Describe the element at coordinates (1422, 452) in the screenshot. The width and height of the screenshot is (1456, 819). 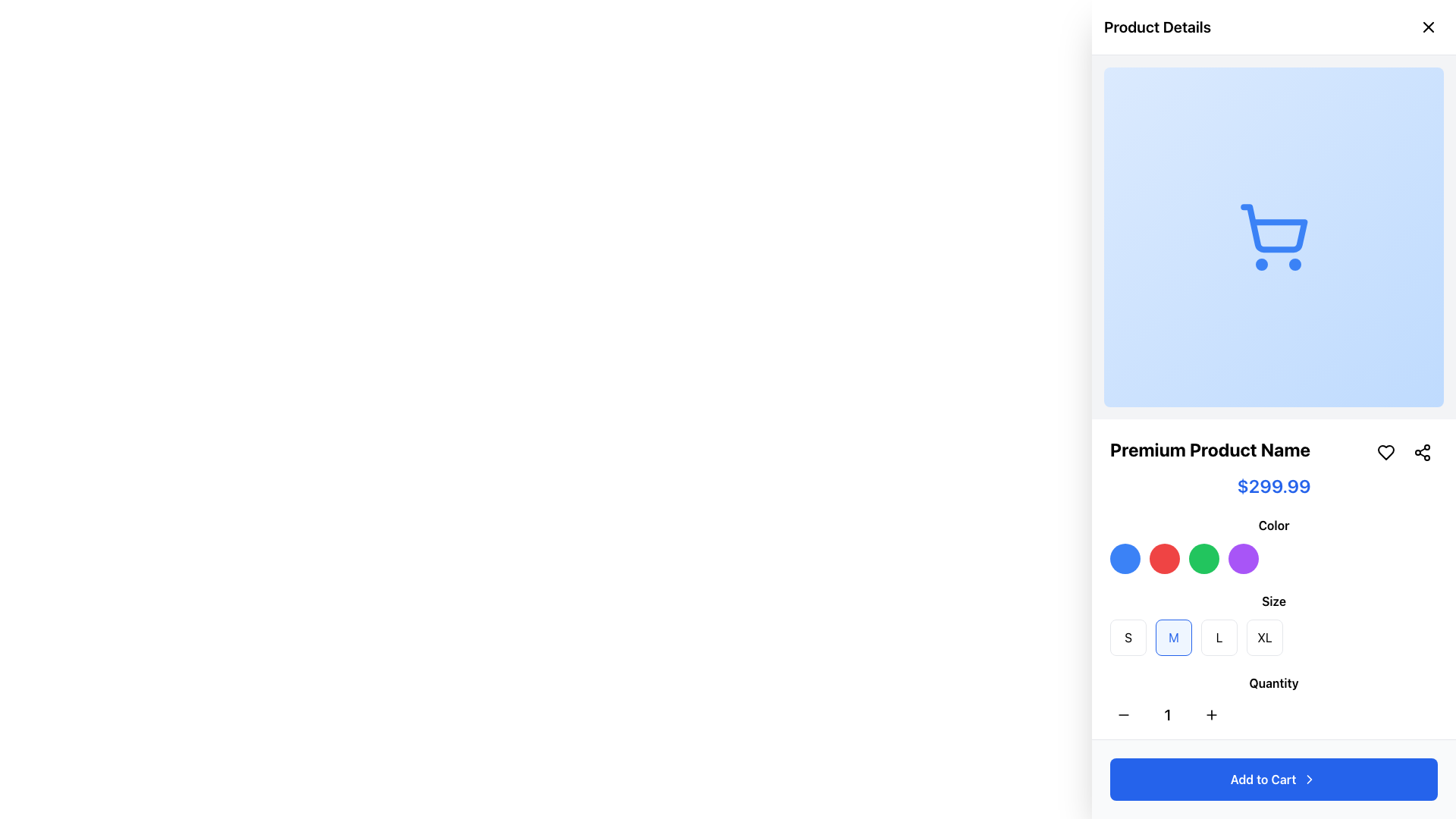
I see `the share button located at the top-right corner of the product details card, right of the heart icon, to share the product details` at that location.